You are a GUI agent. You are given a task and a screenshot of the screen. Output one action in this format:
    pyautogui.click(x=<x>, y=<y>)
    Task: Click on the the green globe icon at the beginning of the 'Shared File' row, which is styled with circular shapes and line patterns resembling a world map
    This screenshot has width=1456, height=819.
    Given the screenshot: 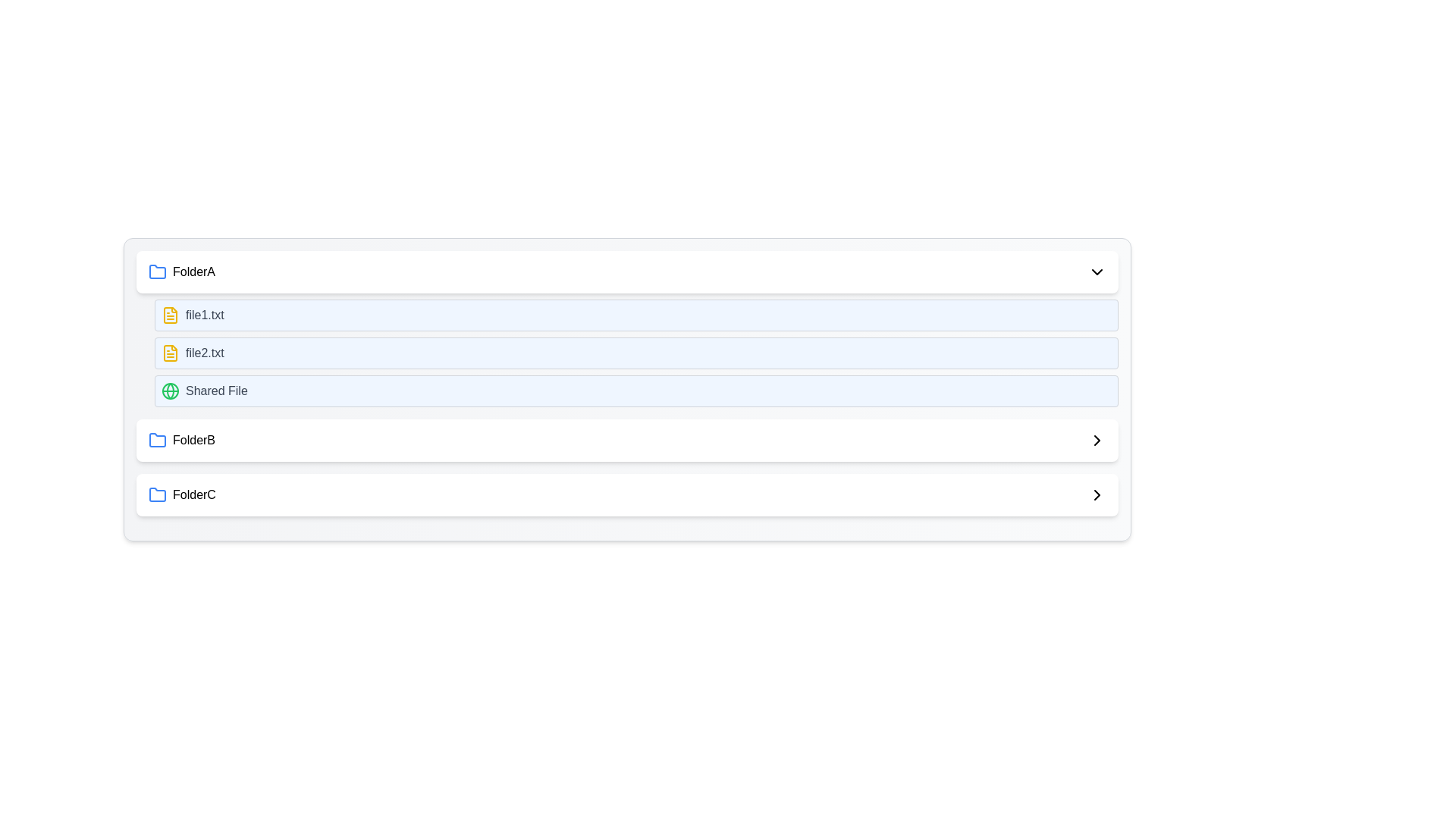 What is the action you would take?
    pyautogui.click(x=171, y=391)
    